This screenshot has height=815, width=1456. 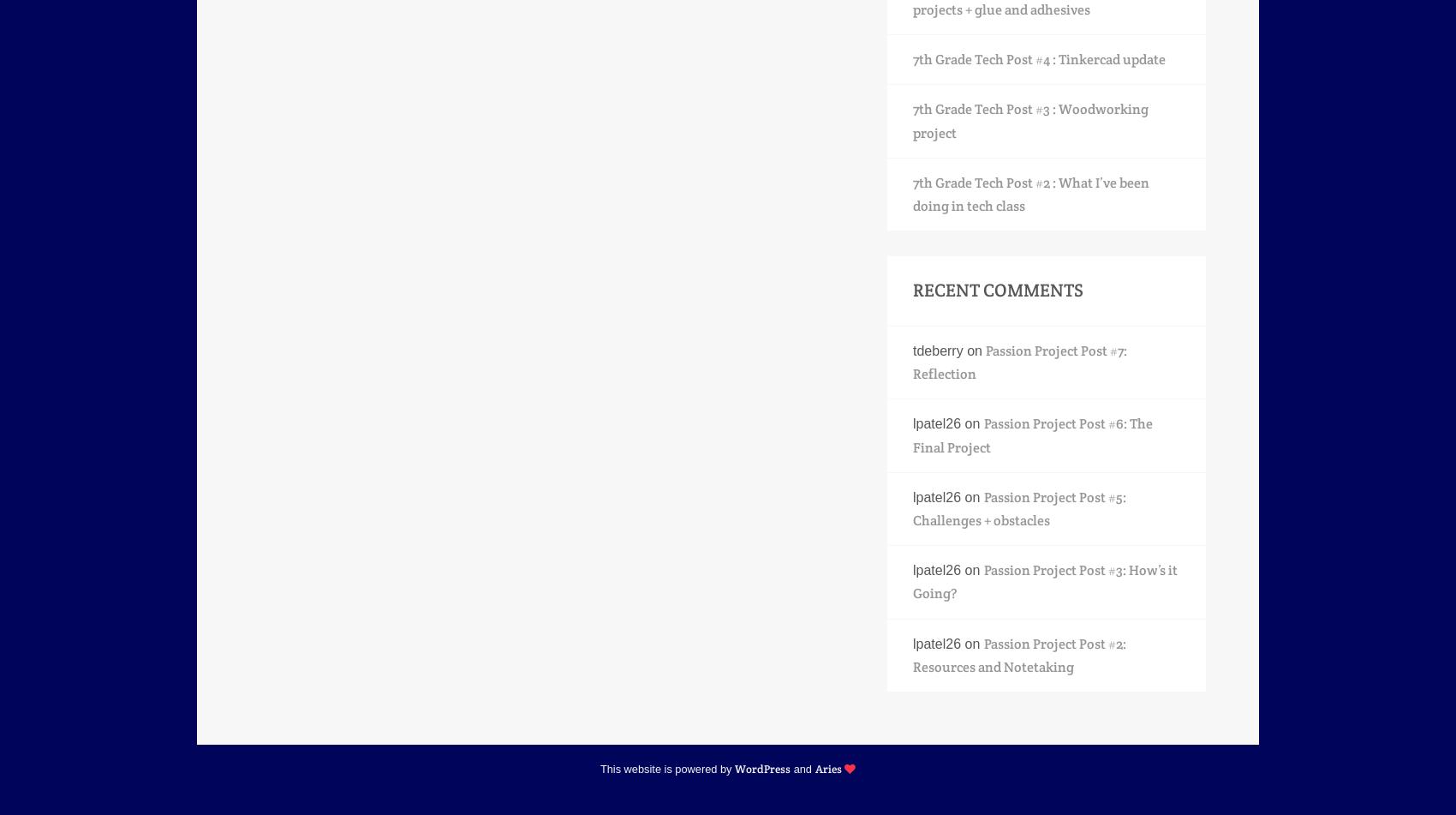 I want to click on 'Passion Project Post #6: The Final Project', so click(x=913, y=434).